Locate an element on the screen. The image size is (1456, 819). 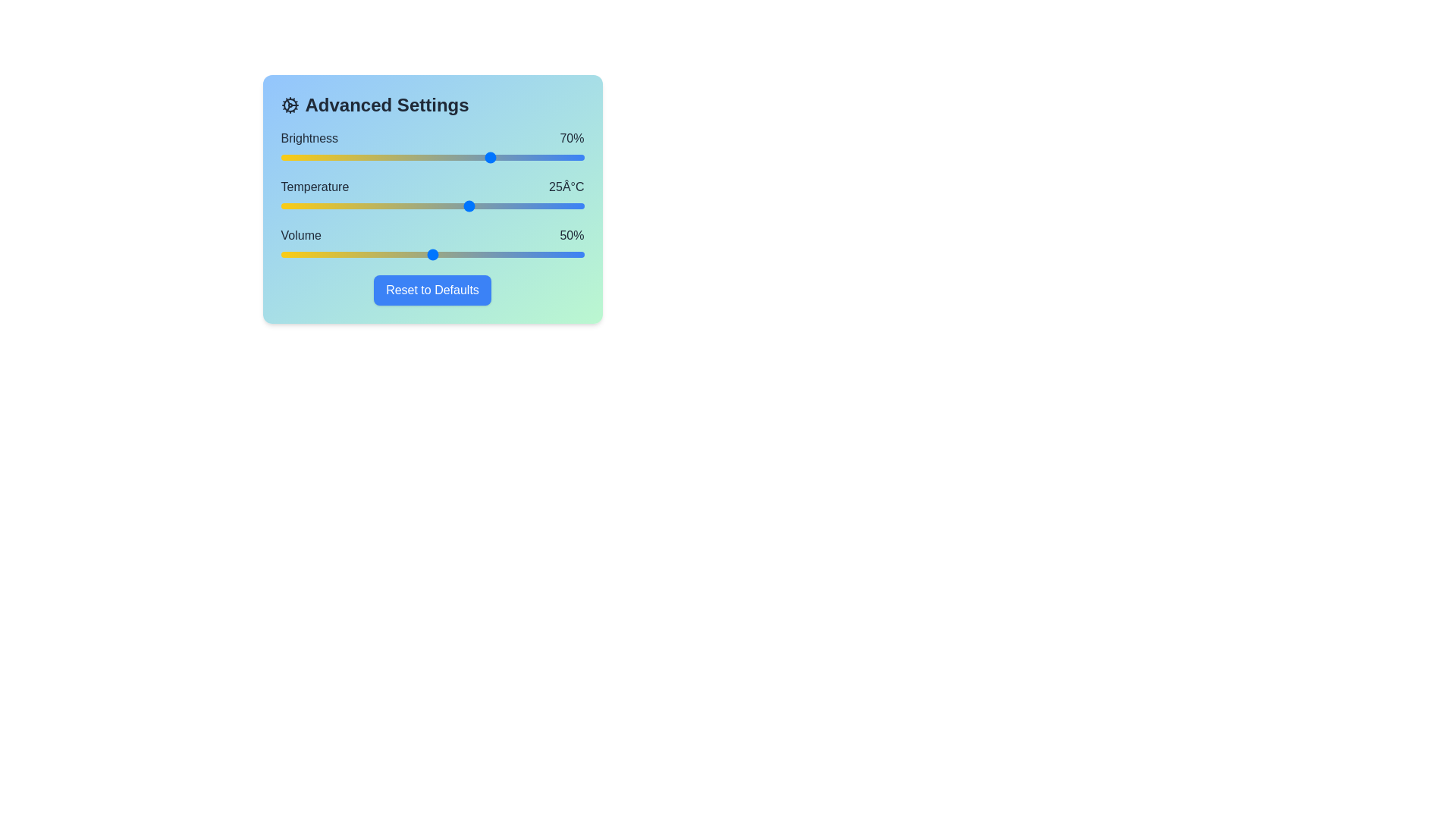
the temperature slider to set the temperature to 26 degrees Celsius is located at coordinates (477, 206).